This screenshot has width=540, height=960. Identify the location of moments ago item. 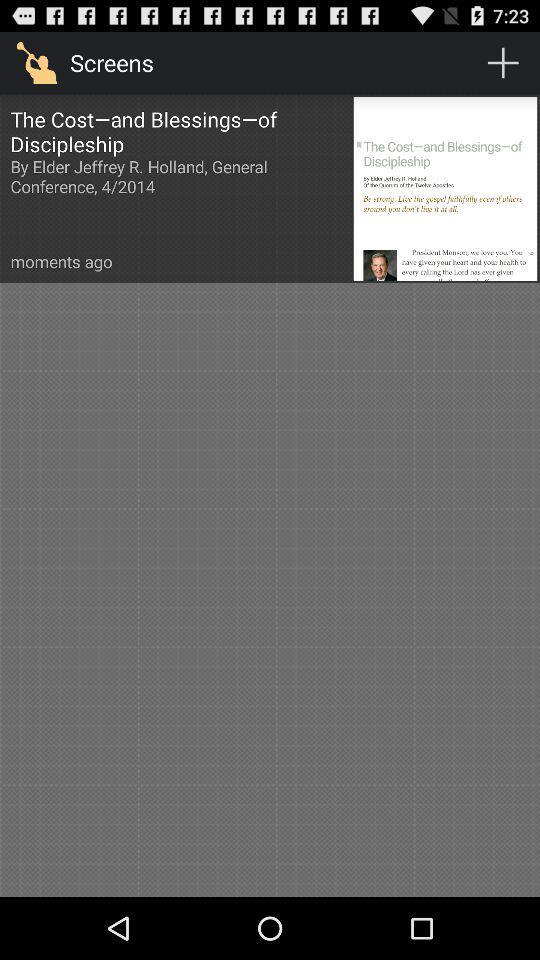
(61, 260).